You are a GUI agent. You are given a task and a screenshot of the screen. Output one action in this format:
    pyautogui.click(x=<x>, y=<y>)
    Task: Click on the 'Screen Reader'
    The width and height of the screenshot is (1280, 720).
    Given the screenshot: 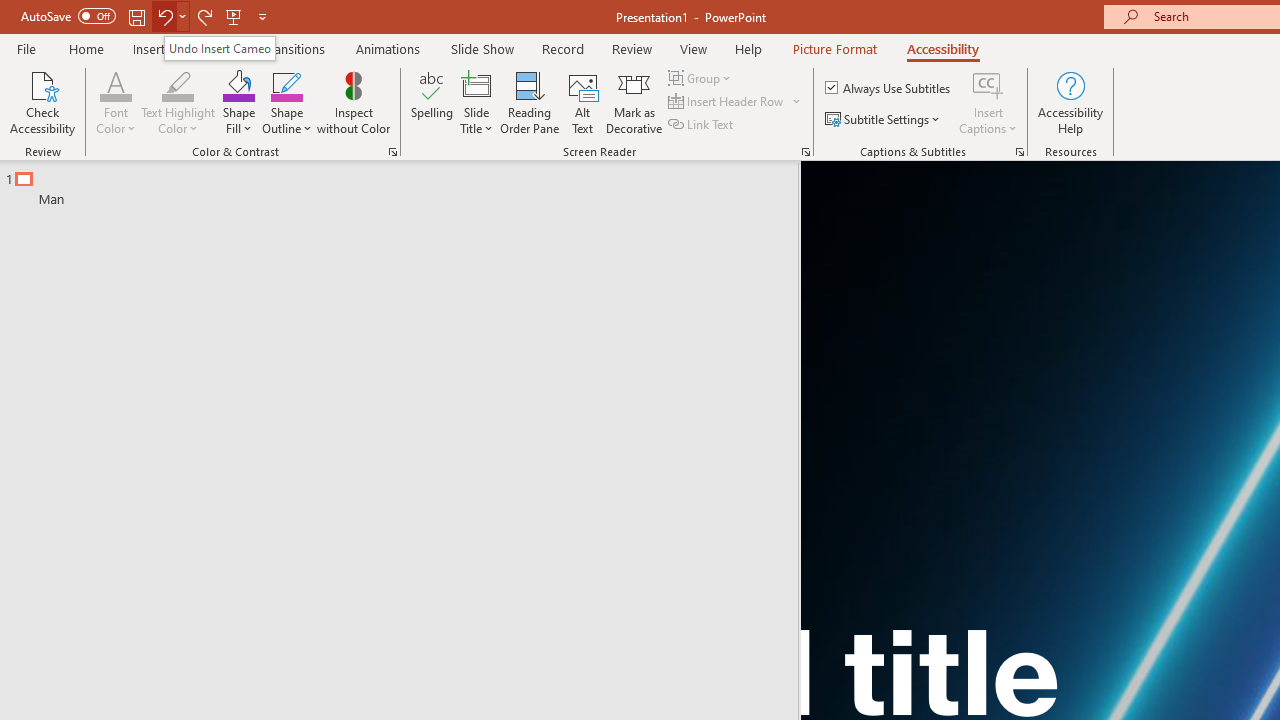 What is the action you would take?
    pyautogui.click(x=805, y=150)
    